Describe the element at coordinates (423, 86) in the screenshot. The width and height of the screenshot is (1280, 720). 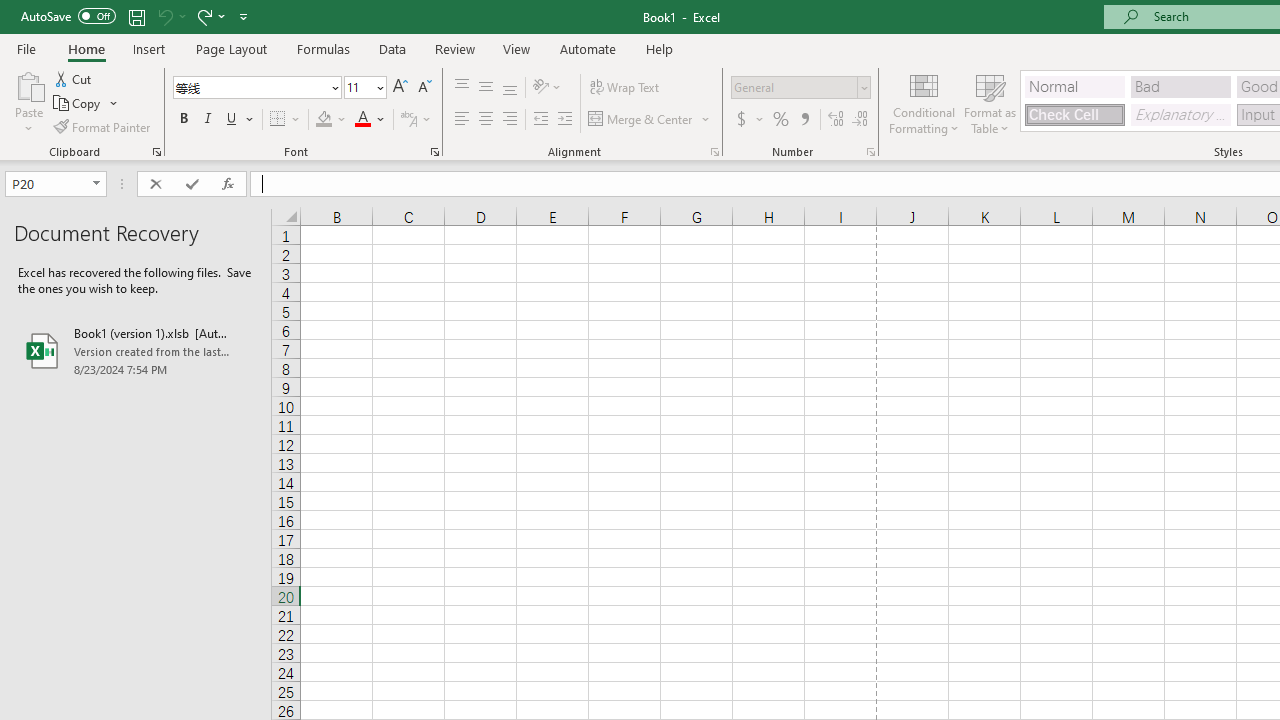
I see `'Decrease Font Size'` at that location.